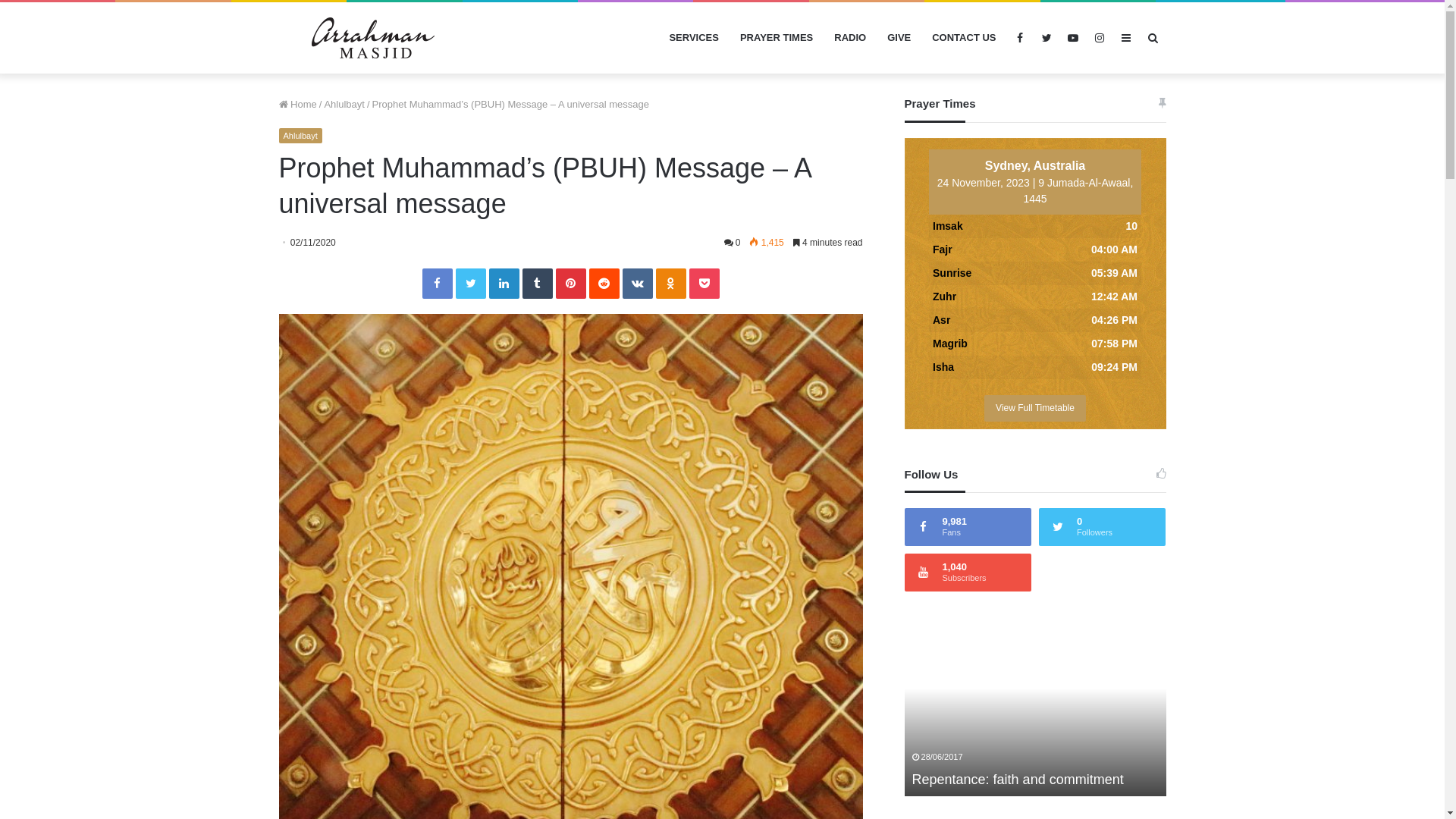  I want to click on 'CONTACT US', so click(963, 37).